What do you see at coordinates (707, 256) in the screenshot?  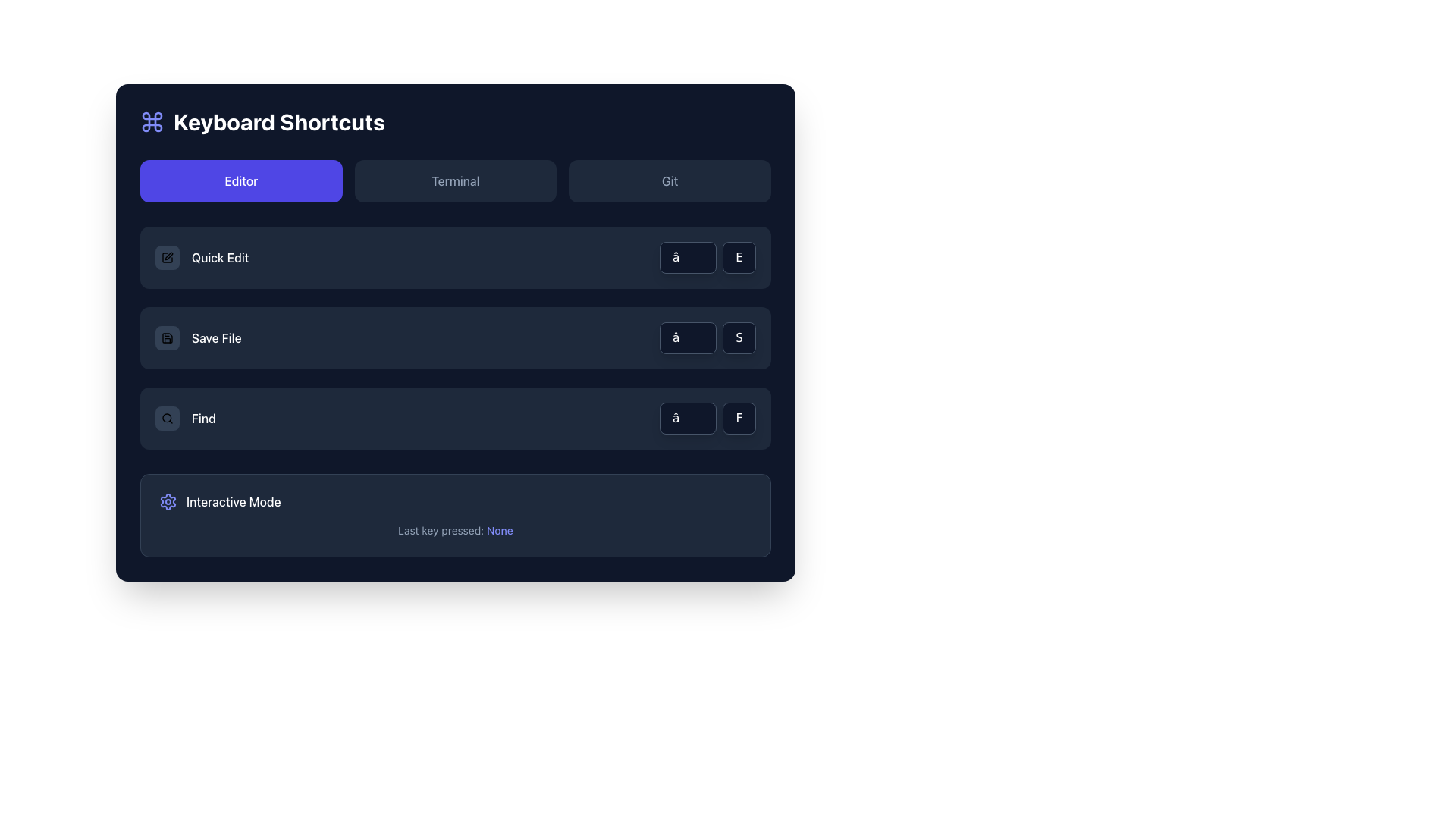 I see `the keyboard shortcut conveyed` at bounding box center [707, 256].